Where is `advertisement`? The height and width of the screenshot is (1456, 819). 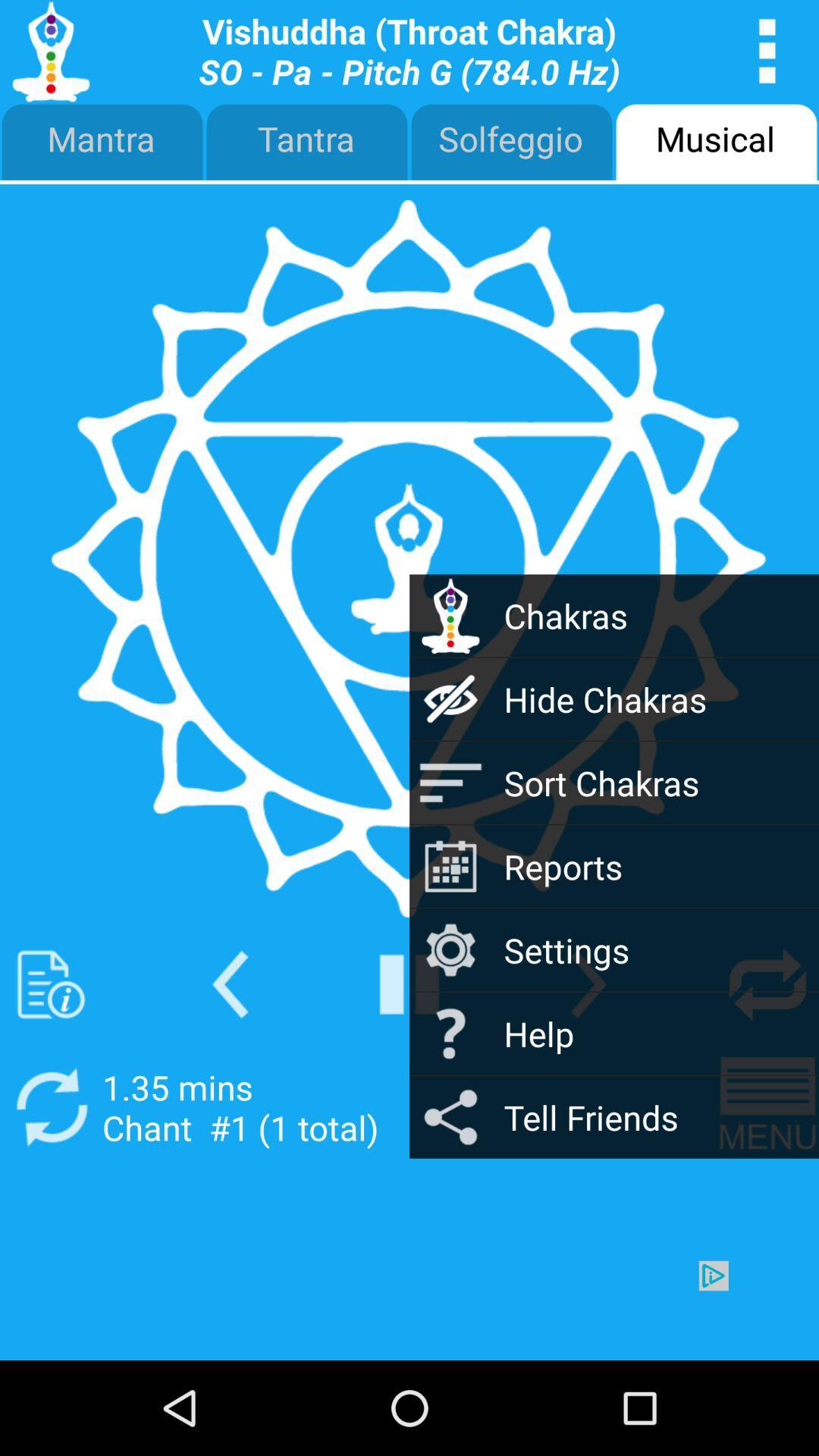
advertisement is located at coordinates (409, 1310).